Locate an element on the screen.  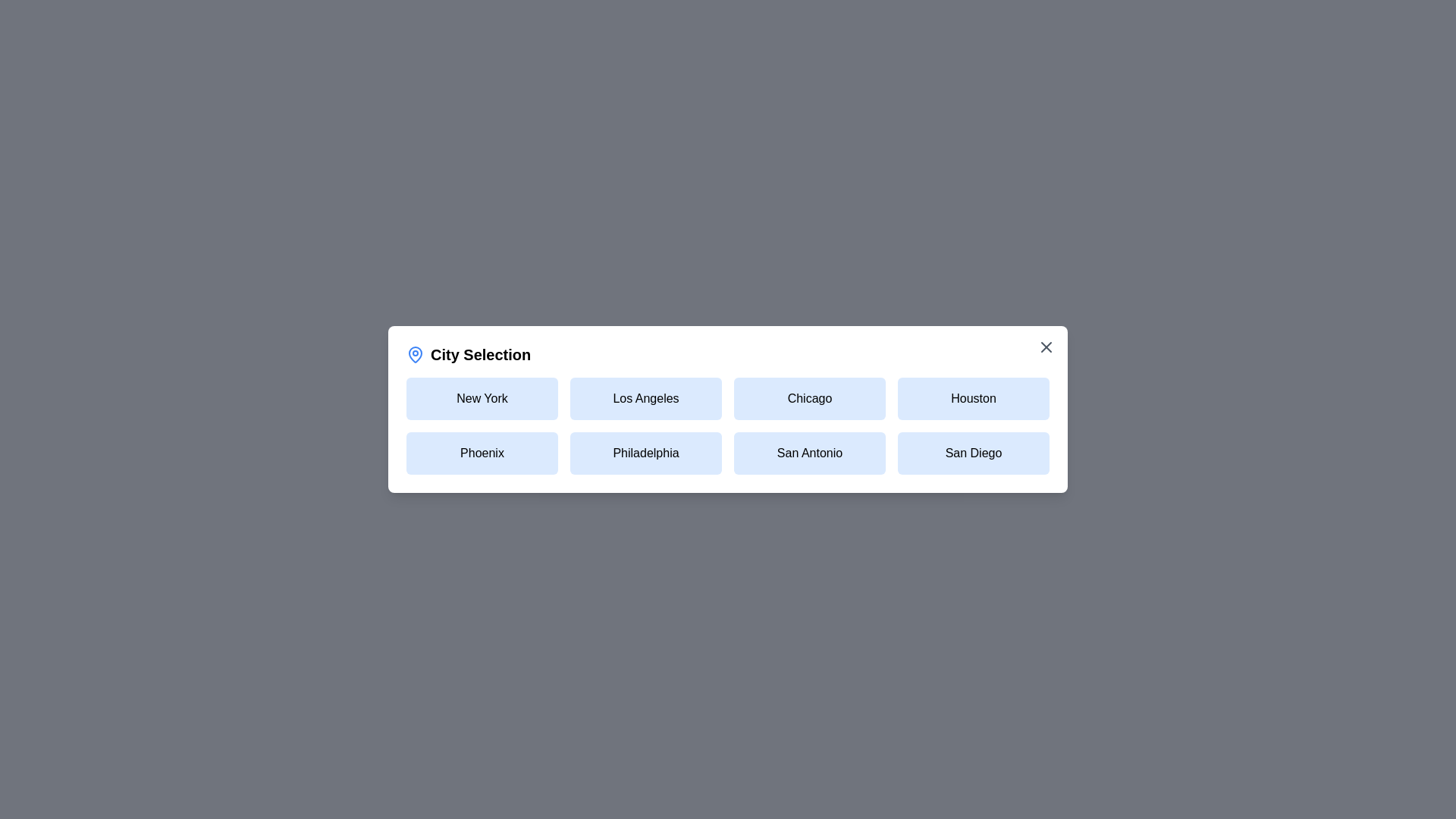
the city Philadelphia by clicking on its button is located at coordinates (645, 452).